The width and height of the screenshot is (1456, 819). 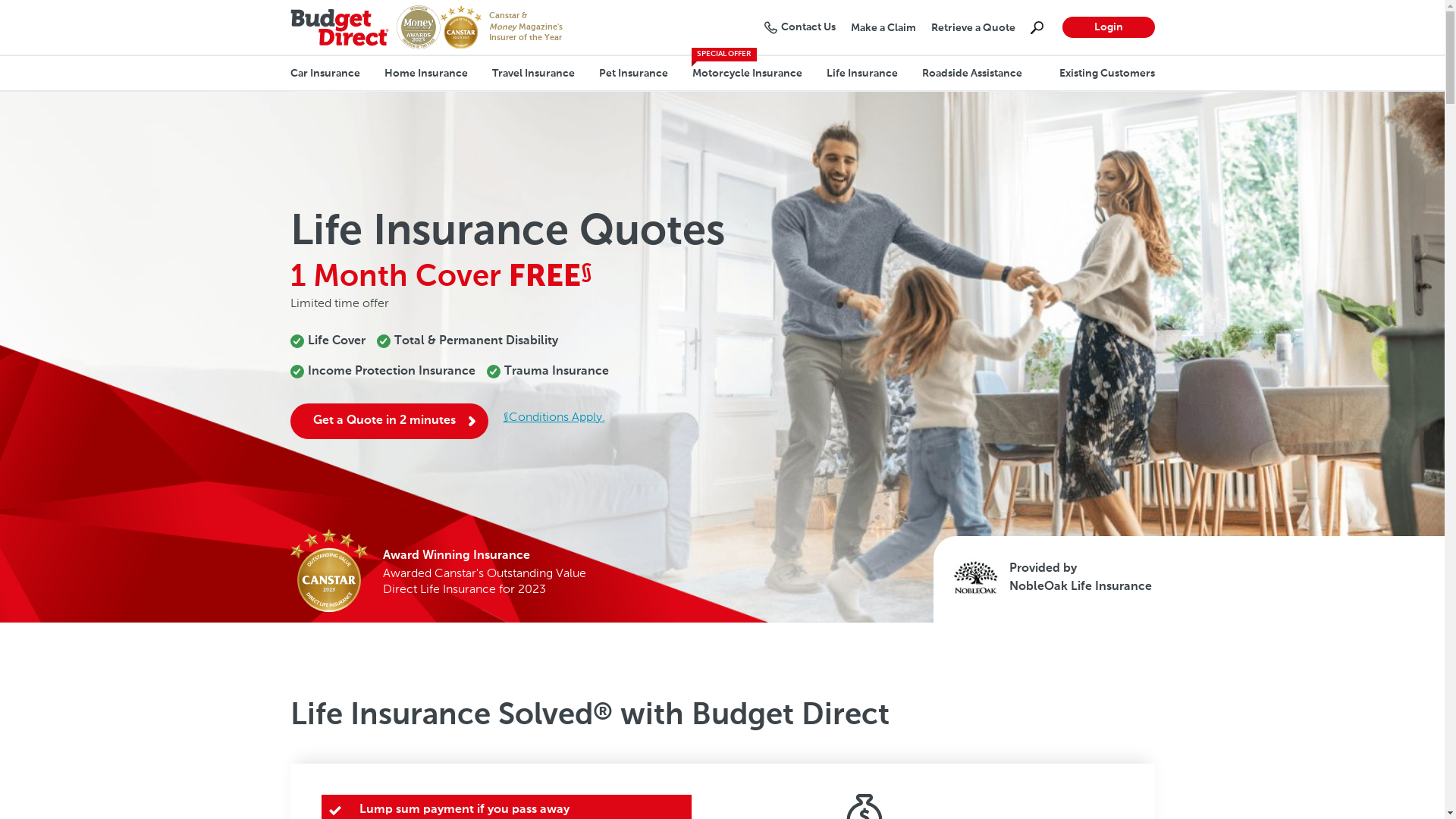 I want to click on 'Search', so click(x=1035, y=27).